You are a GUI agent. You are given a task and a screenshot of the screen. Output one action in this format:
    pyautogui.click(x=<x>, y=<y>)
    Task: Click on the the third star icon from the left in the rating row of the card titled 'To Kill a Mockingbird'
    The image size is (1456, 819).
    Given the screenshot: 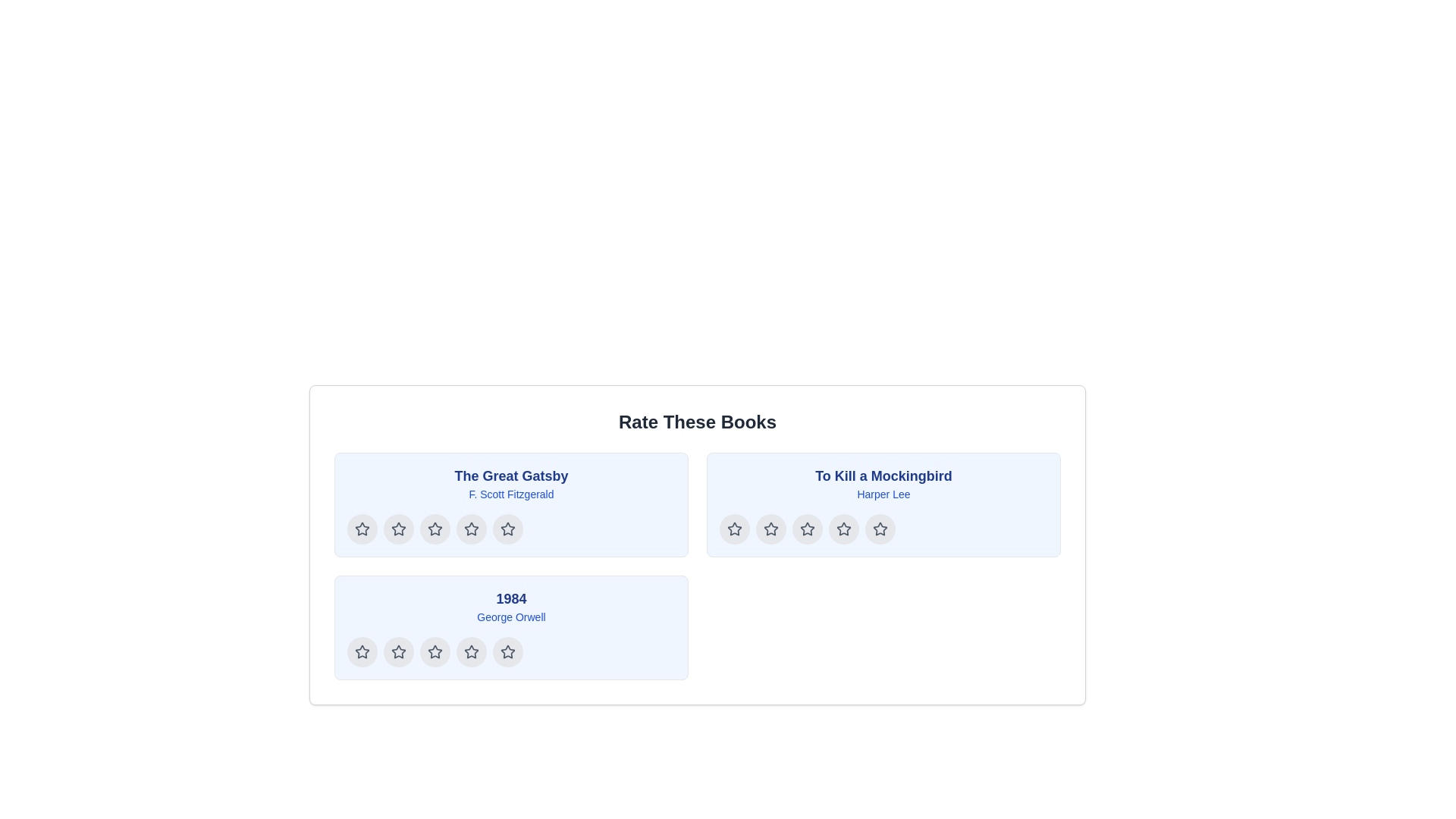 What is the action you would take?
    pyautogui.click(x=807, y=529)
    